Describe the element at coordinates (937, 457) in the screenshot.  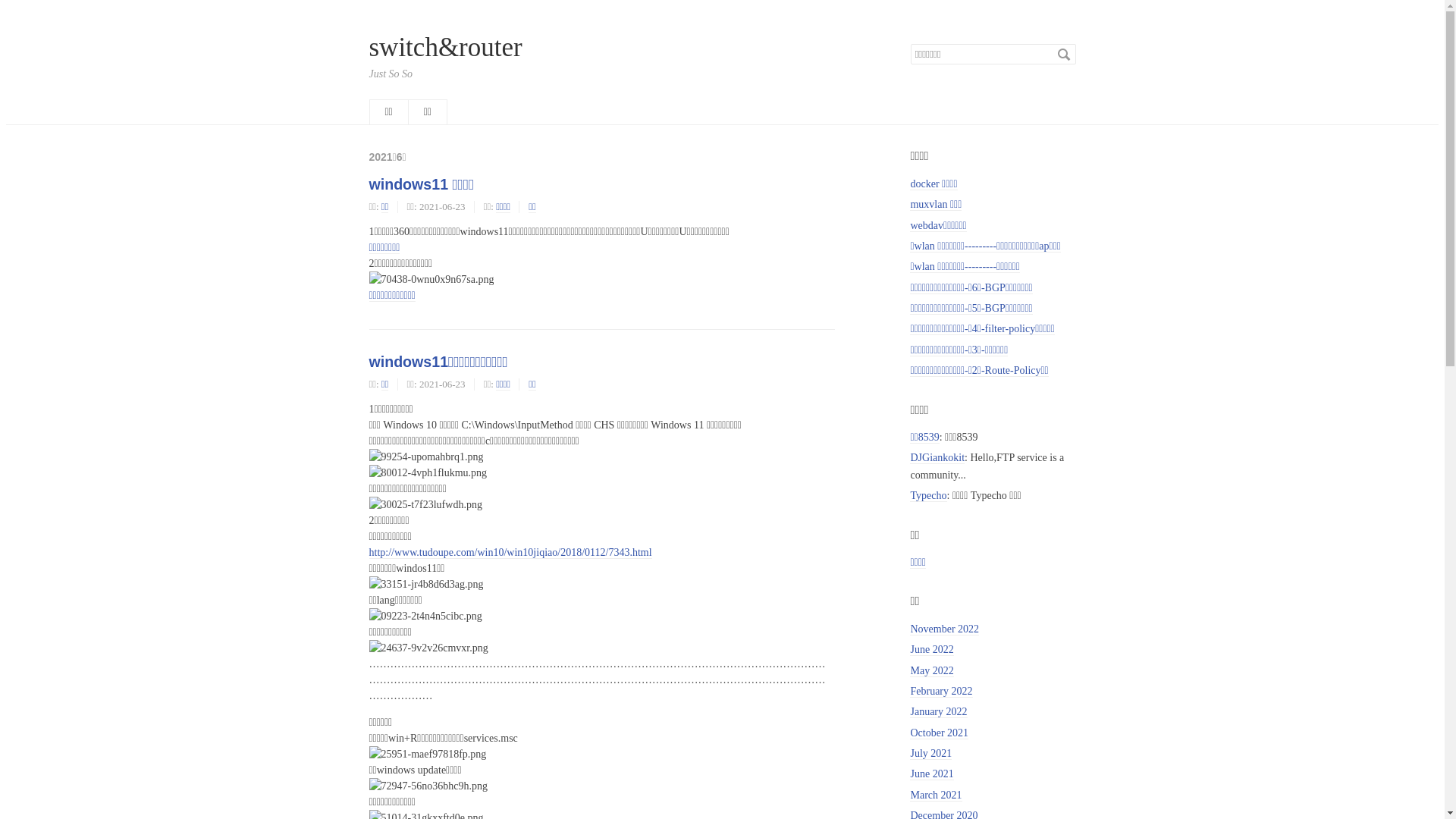
I see `'DJGiankokit'` at that location.